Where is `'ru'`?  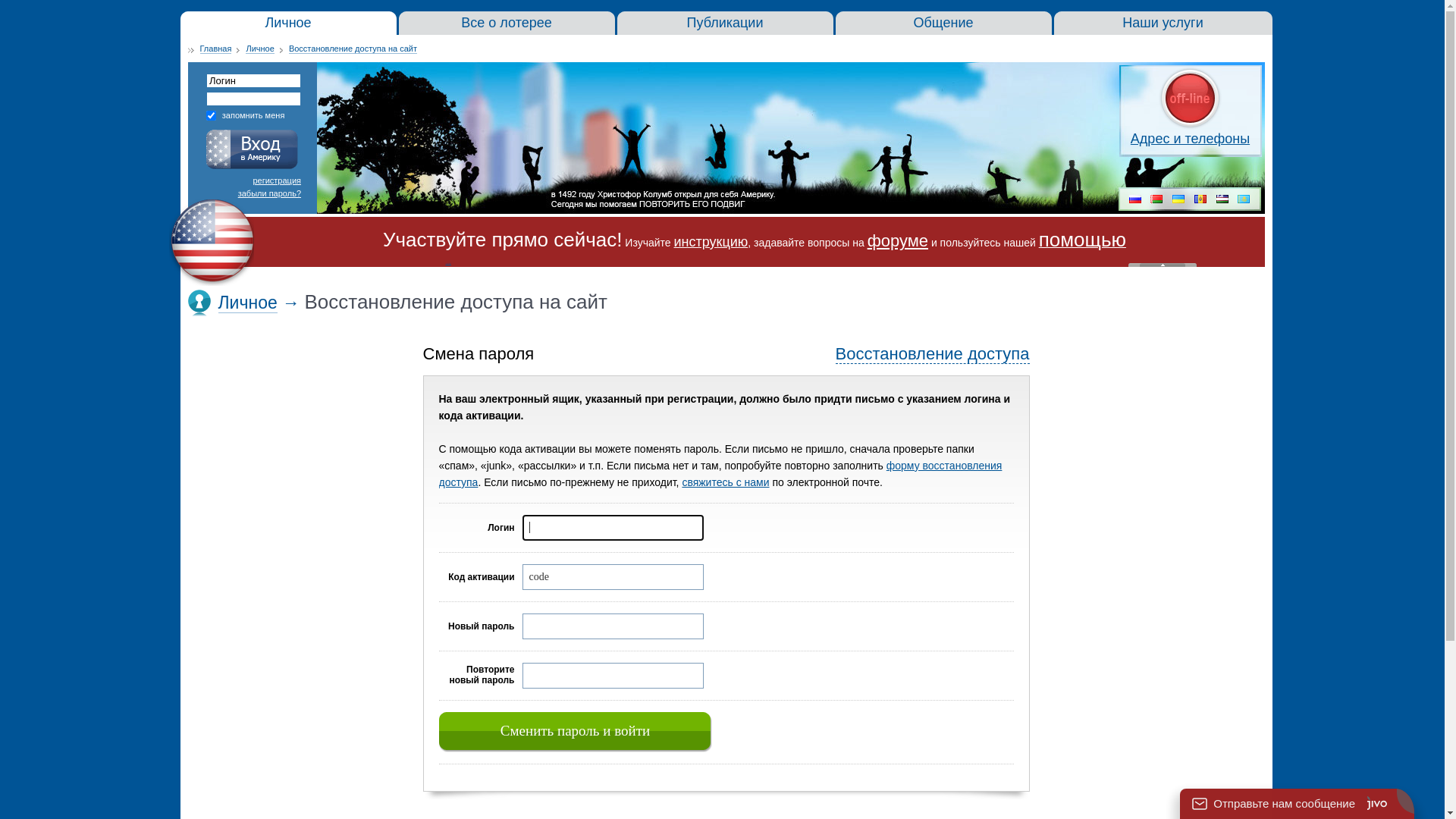
'ru' is located at coordinates (1135, 199).